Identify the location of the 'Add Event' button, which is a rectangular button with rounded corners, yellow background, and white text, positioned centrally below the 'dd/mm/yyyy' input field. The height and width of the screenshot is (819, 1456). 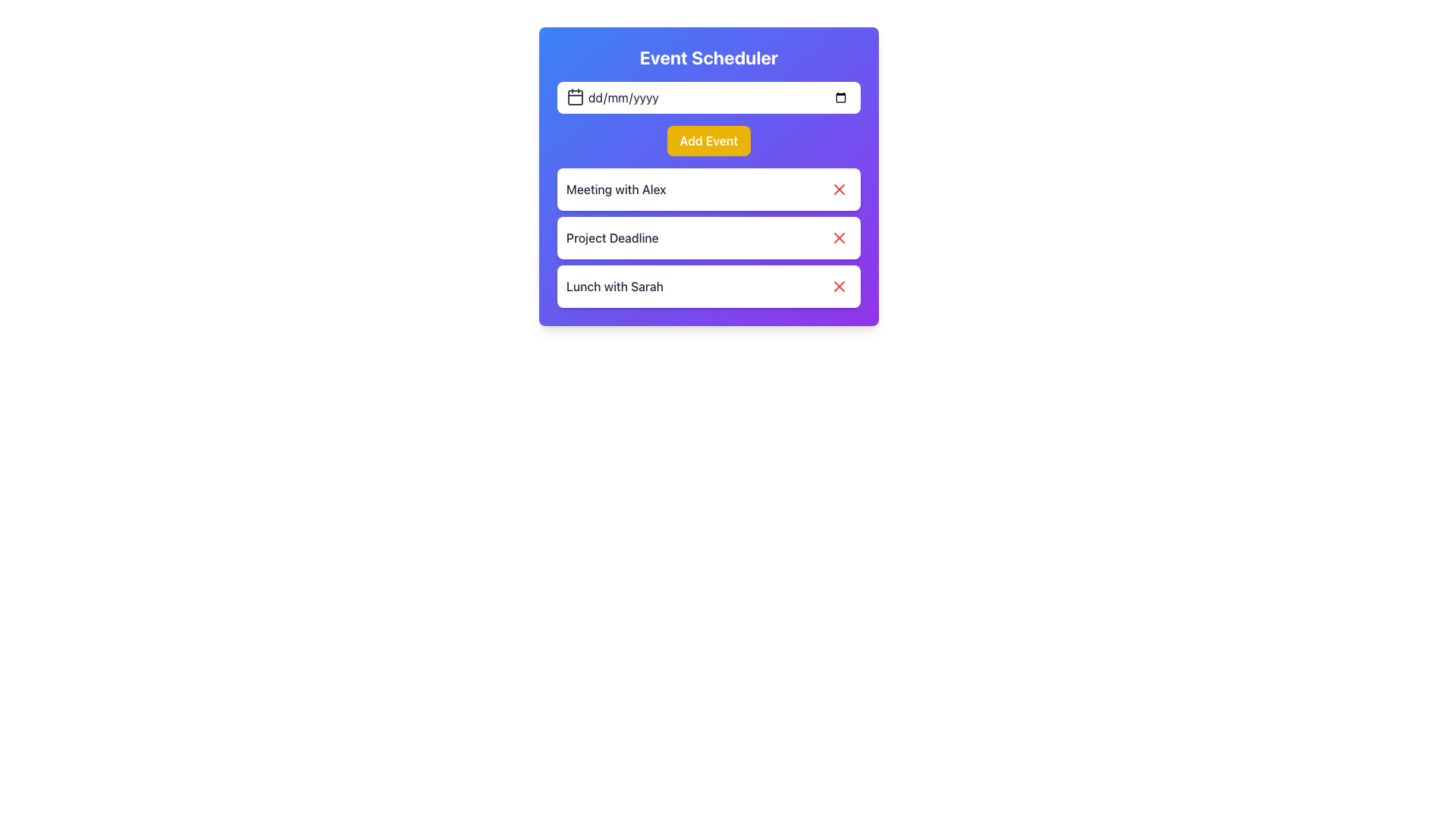
(708, 140).